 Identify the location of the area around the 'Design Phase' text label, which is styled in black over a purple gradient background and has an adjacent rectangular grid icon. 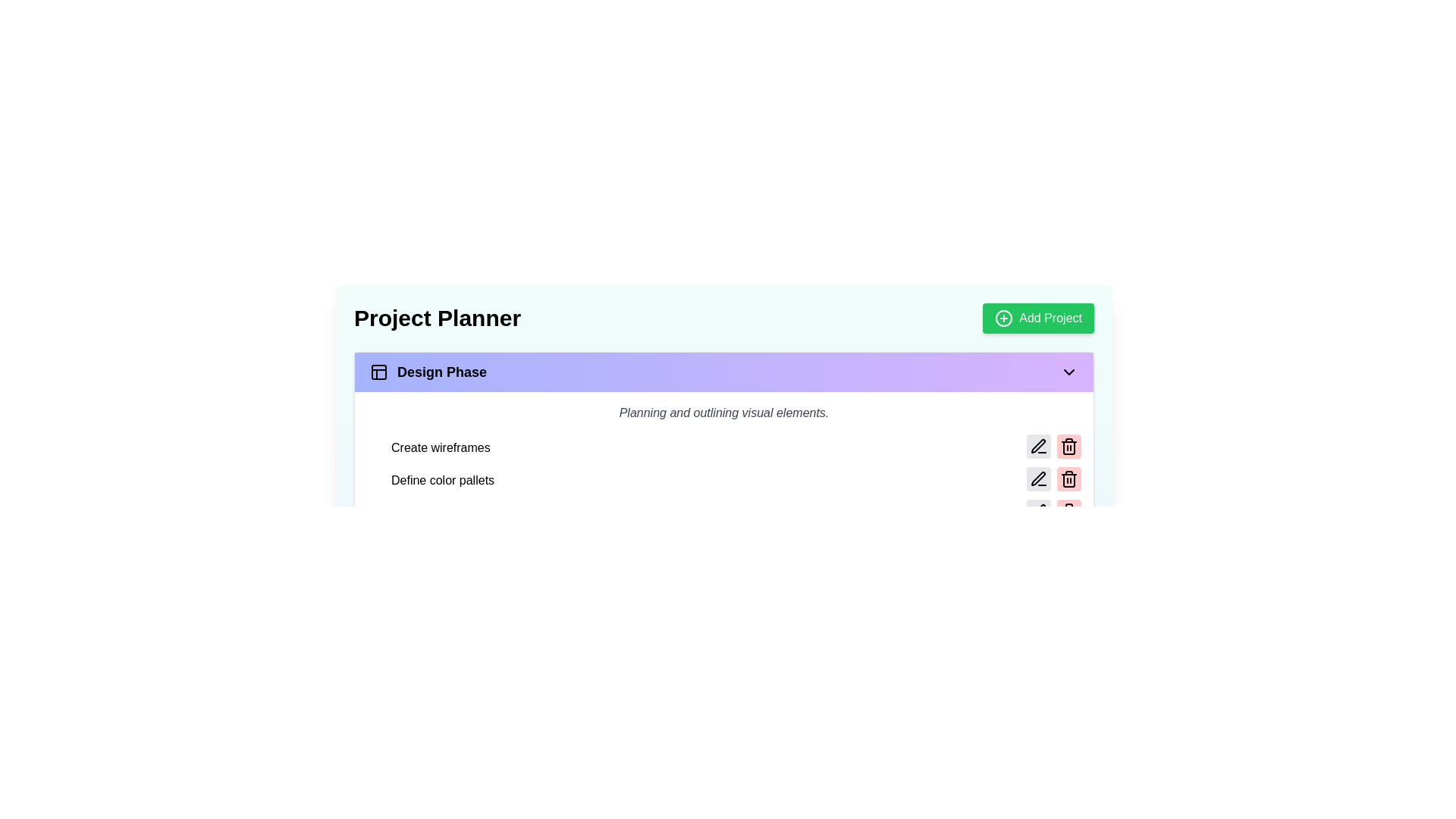
(428, 372).